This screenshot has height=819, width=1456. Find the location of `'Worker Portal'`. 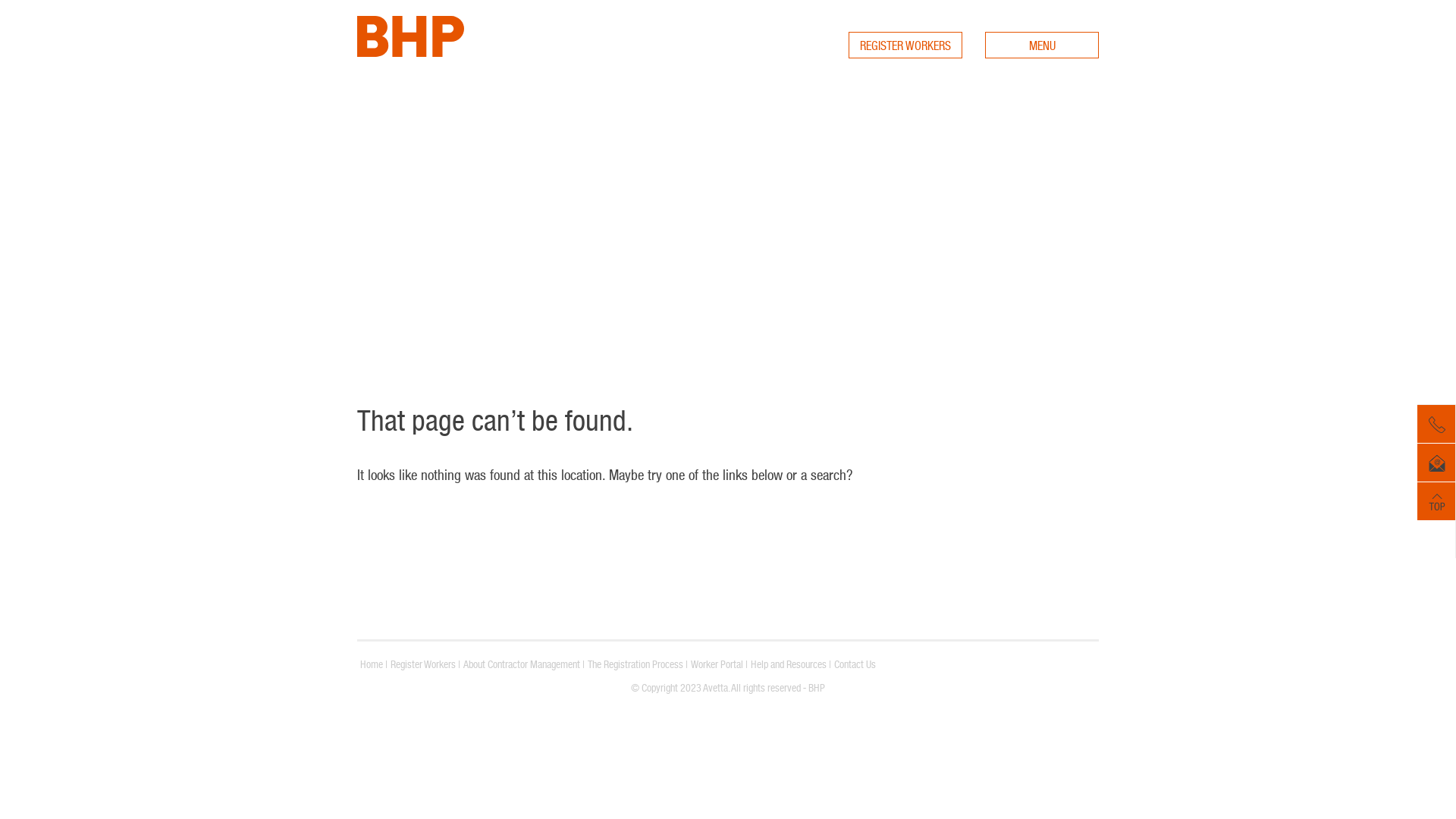

'Worker Portal' is located at coordinates (716, 663).